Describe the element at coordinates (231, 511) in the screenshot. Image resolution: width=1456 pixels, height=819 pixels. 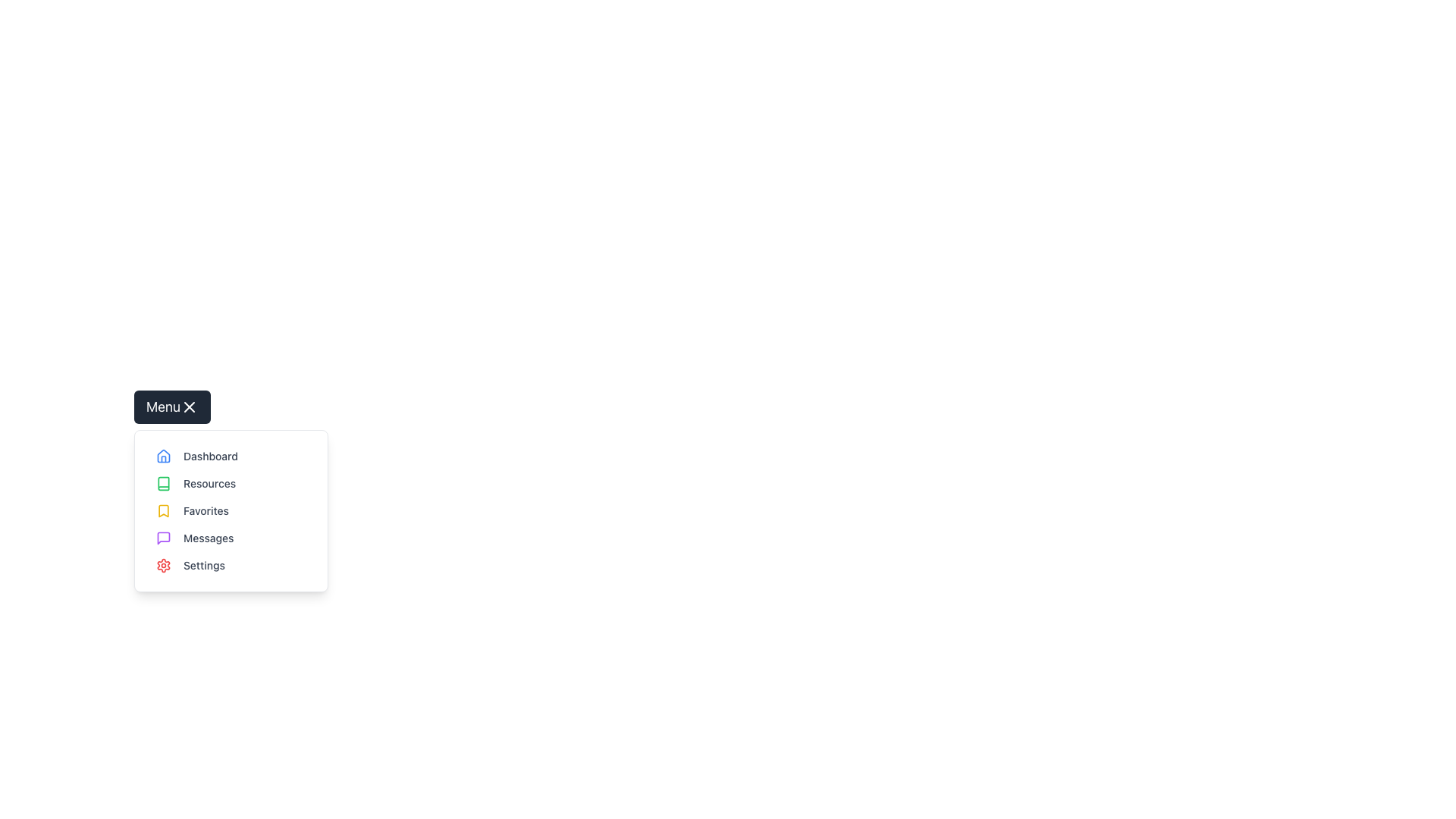
I see `the 'Favorites' menu item in the dropdown list` at that location.